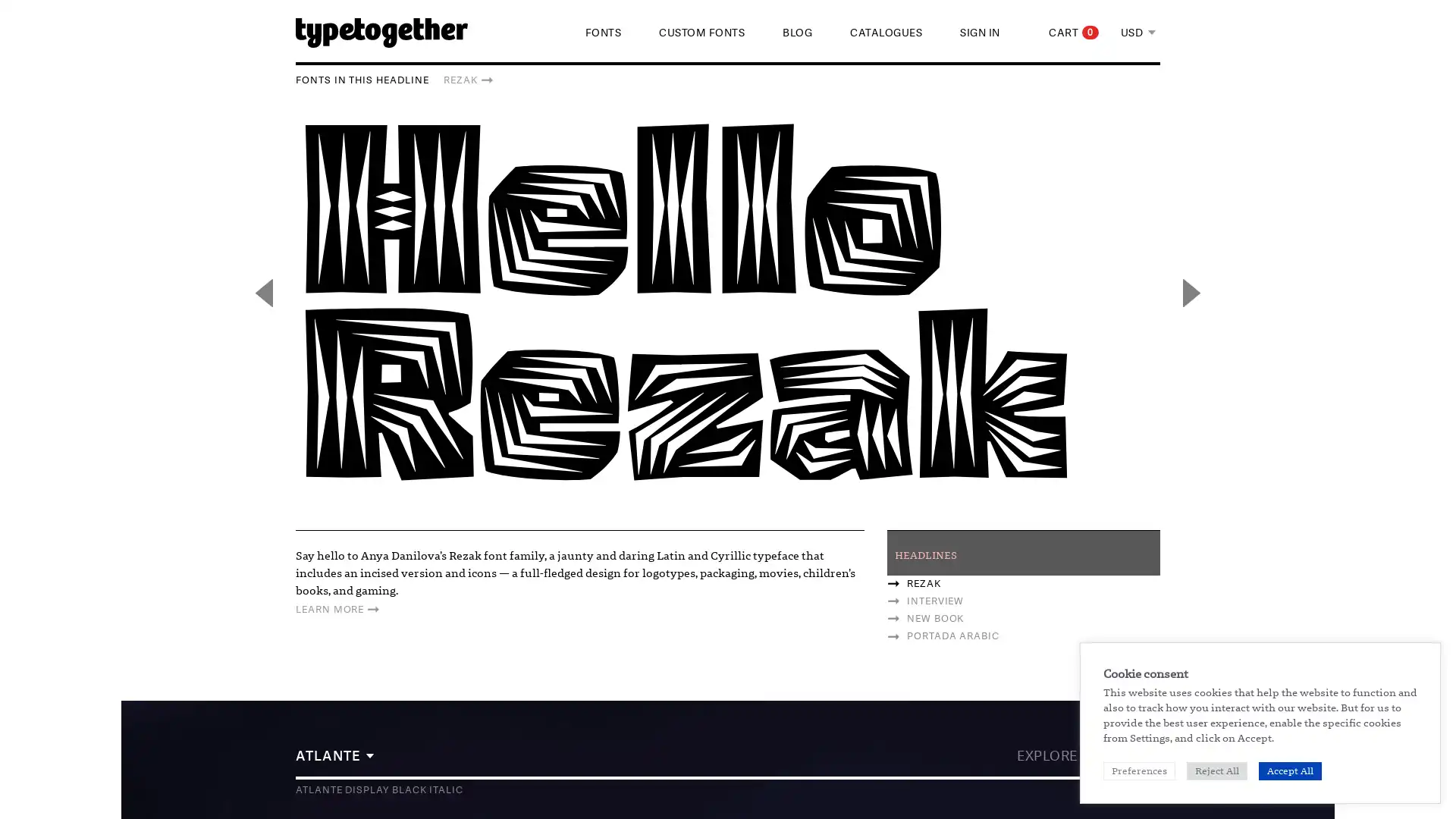 This screenshot has height=819, width=1456. Describe the element at coordinates (1216, 771) in the screenshot. I see `Reject All` at that location.